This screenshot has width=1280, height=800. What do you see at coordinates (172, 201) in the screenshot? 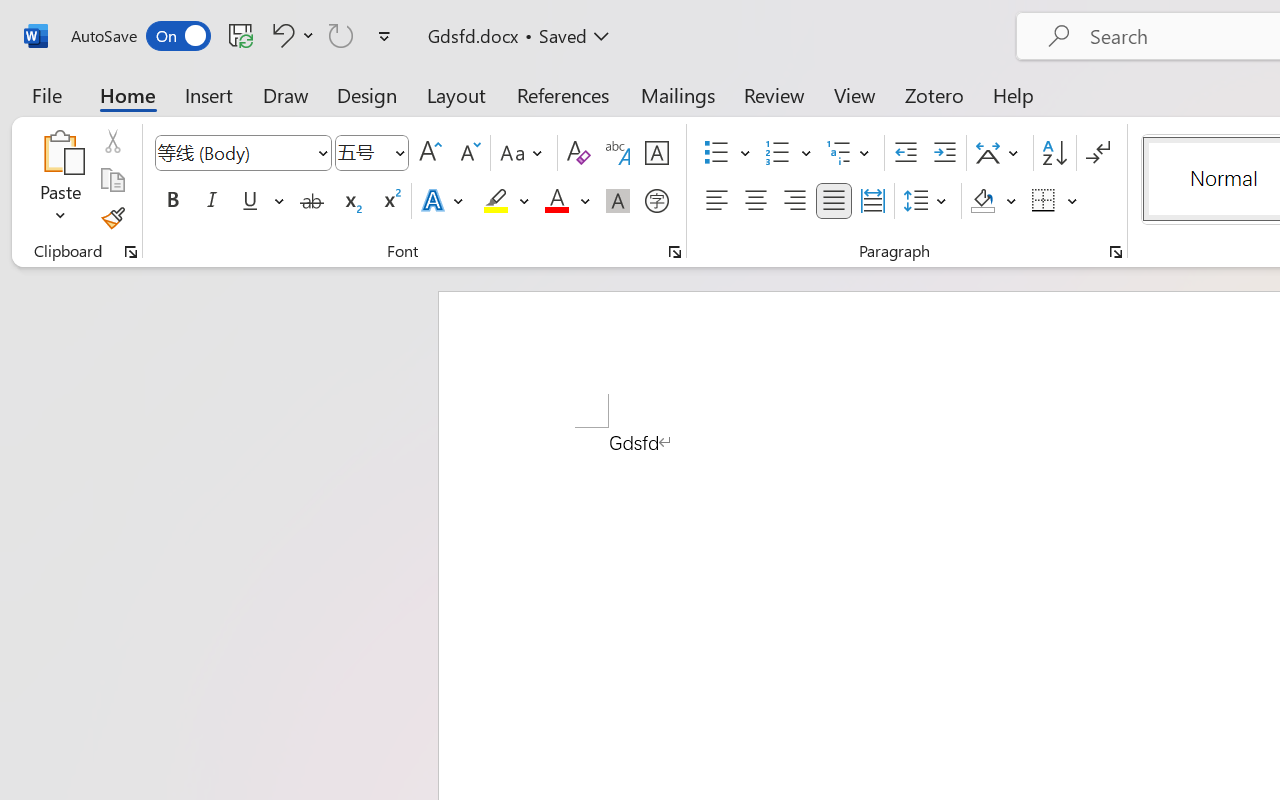
I see `'Bold'` at bounding box center [172, 201].